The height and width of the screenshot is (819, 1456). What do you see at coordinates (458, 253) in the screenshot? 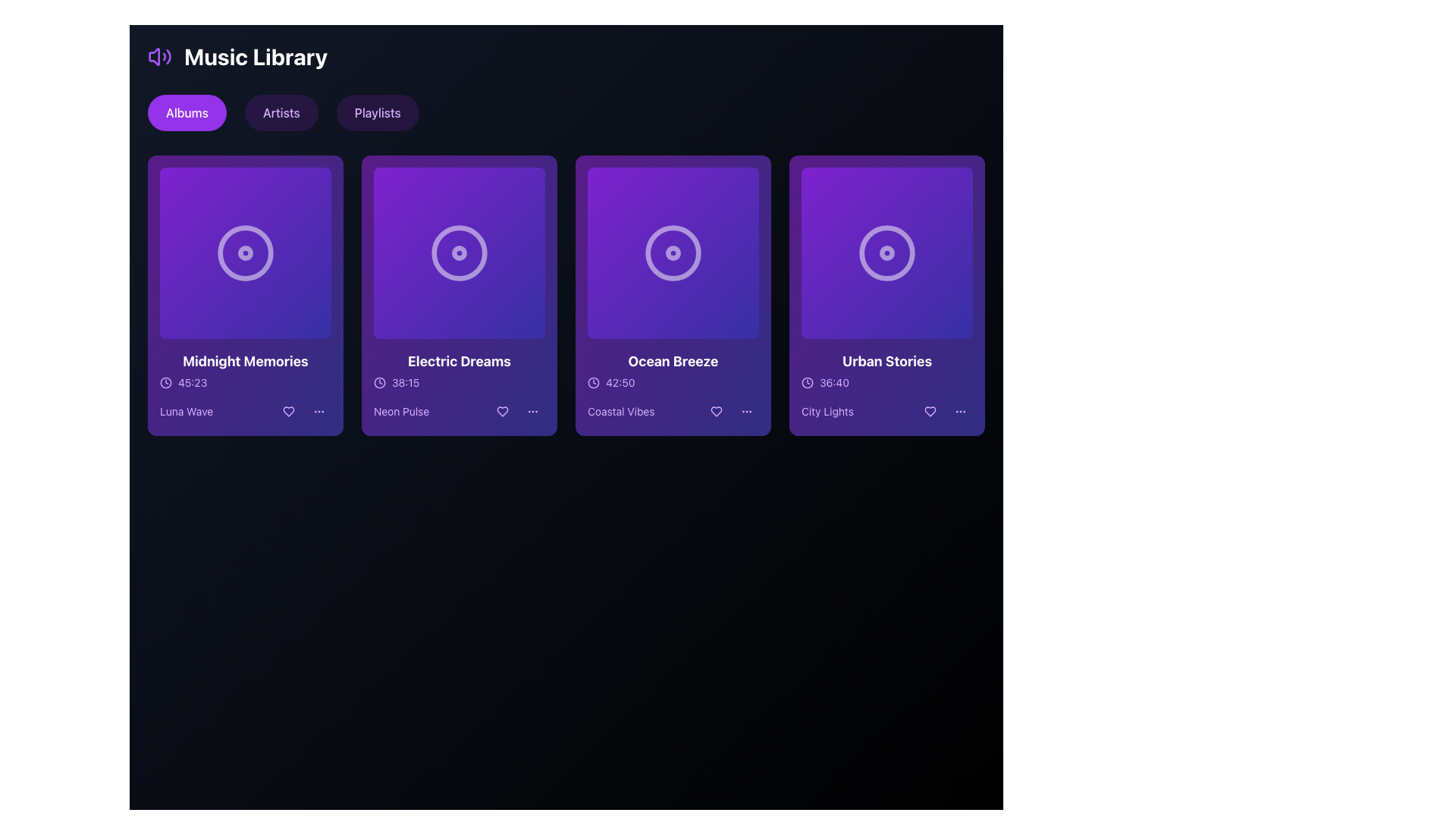
I see `the disc icon representing the music album 'Electric Dreams' located in the second card of the grid layout` at bounding box center [458, 253].